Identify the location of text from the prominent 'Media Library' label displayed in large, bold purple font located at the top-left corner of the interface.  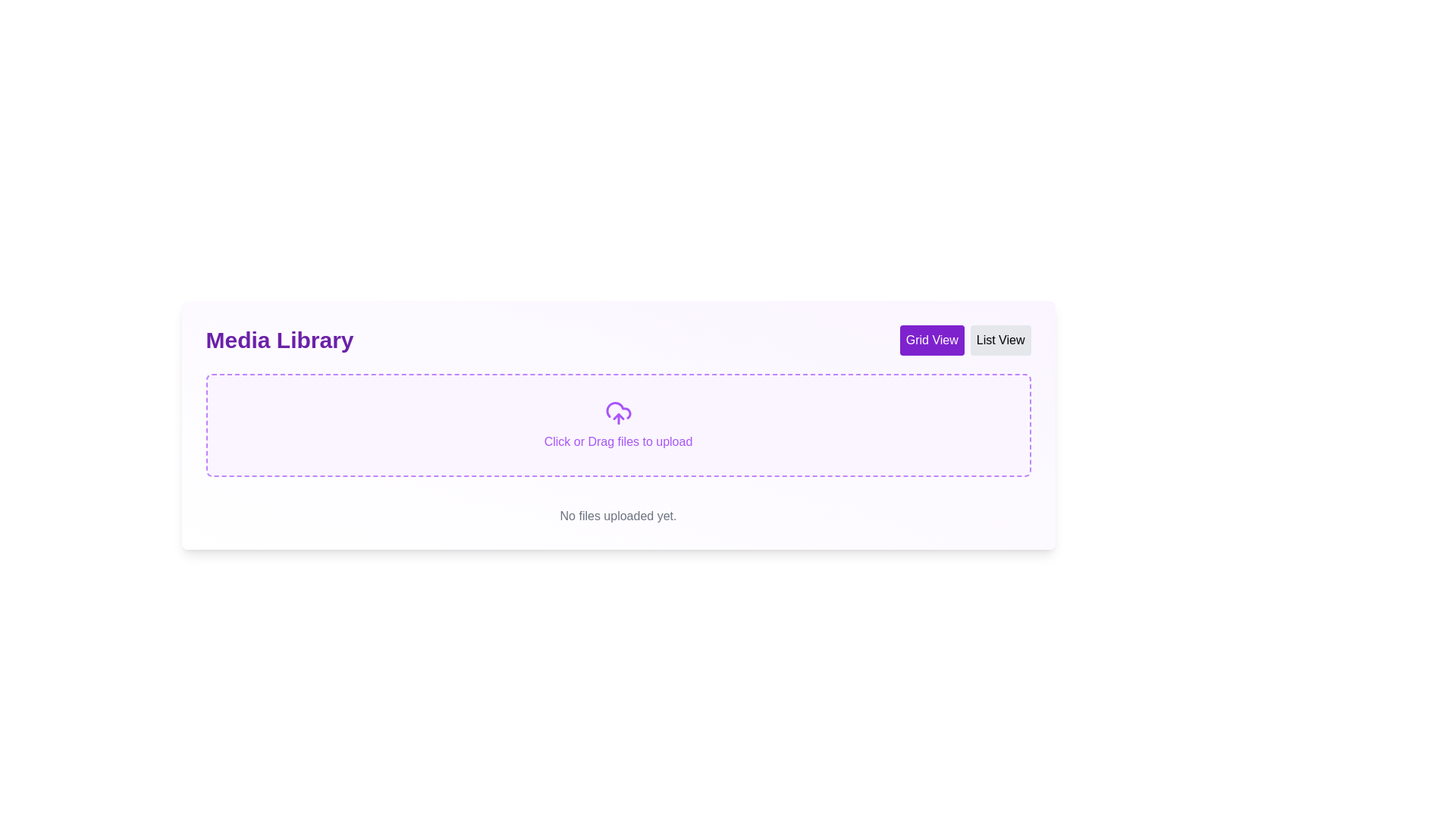
(280, 339).